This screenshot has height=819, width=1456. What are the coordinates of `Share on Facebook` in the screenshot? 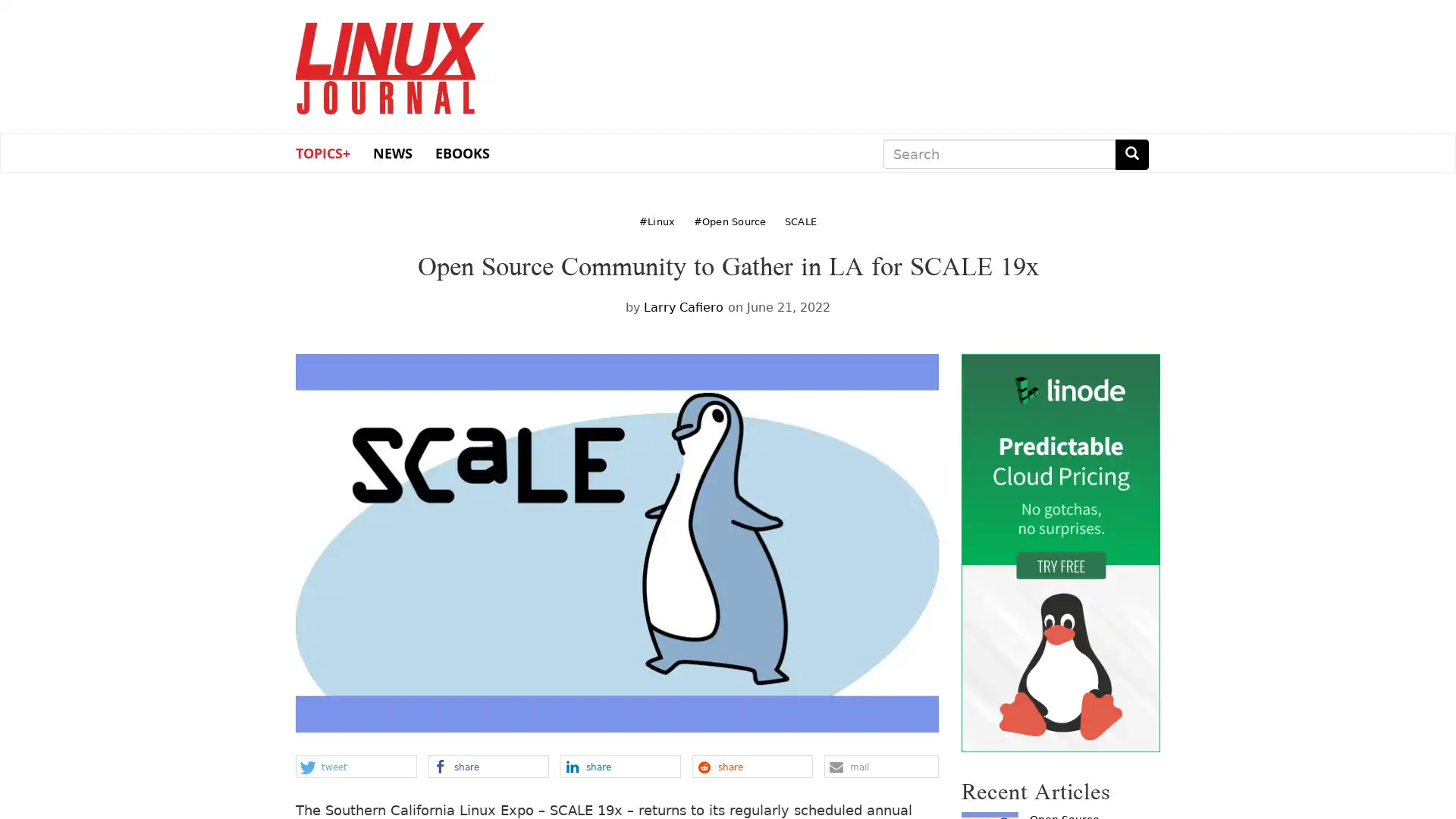 It's located at (488, 766).